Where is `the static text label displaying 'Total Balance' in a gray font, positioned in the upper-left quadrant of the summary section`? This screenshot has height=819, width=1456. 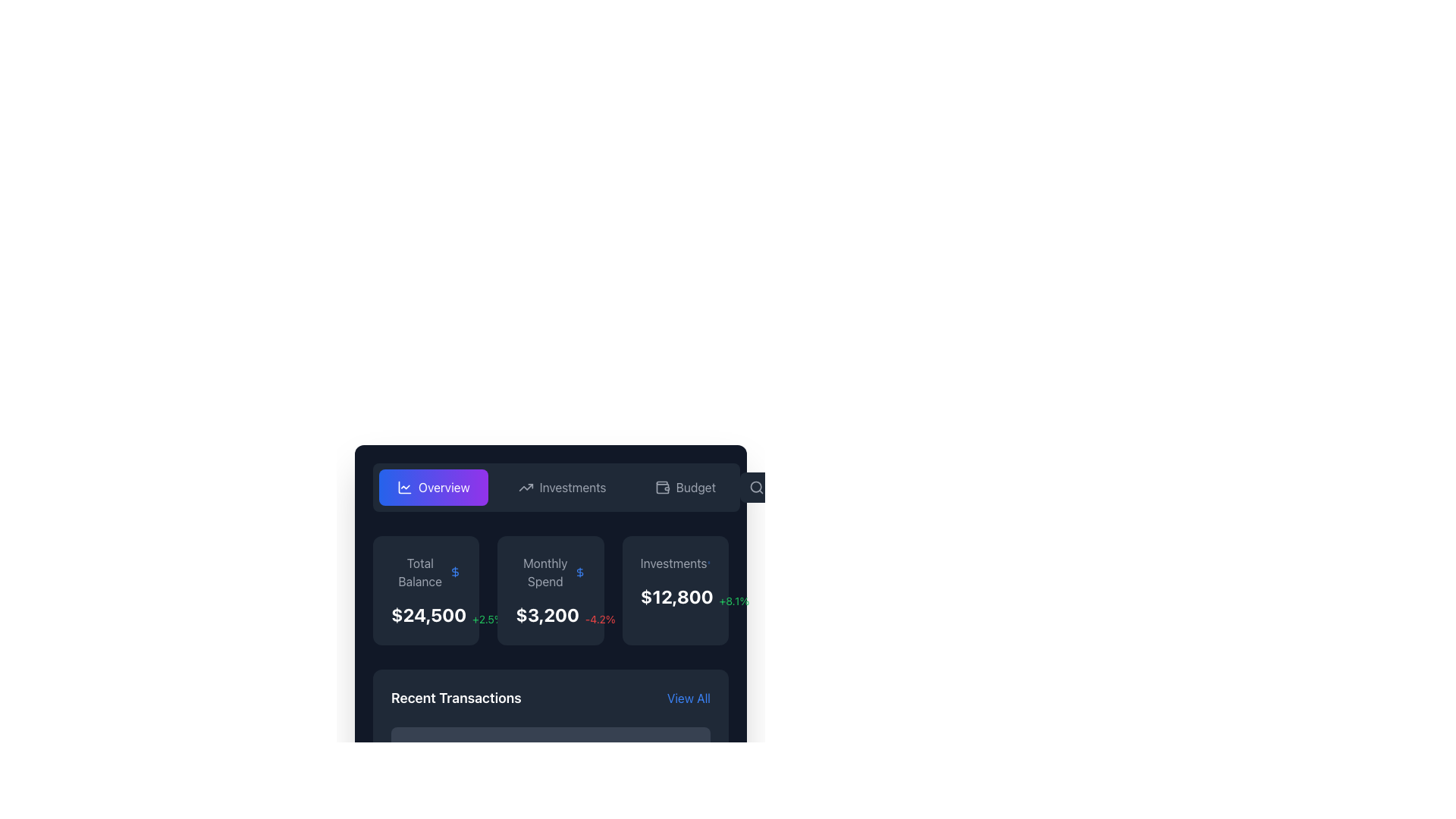
the static text label displaying 'Total Balance' in a gray font, positioned in the upper-left quadrant of the summary section is located at coordinates (420, 573).